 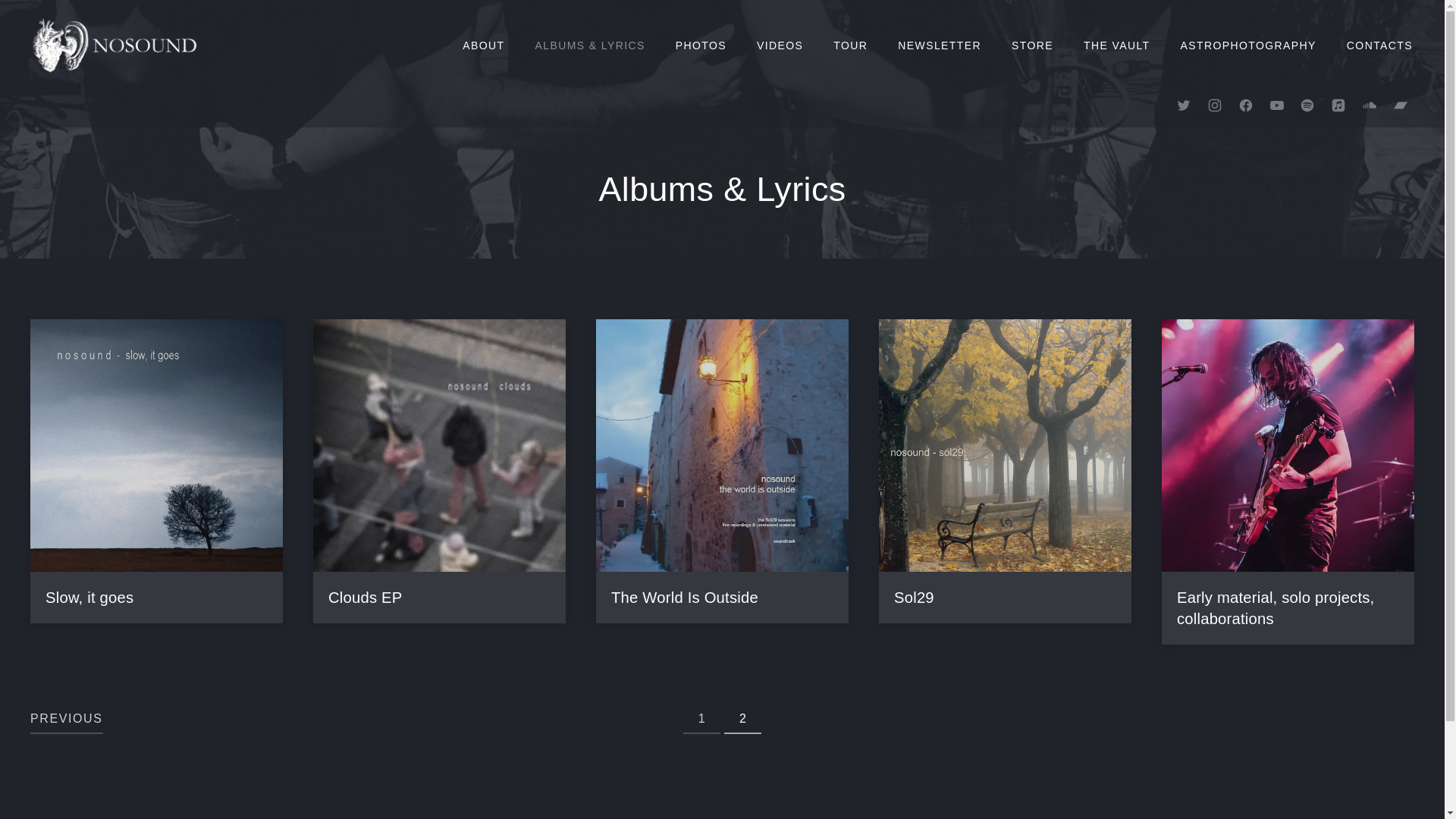 I want to click on 'THE VAULT', so click(x=1117, y=45).